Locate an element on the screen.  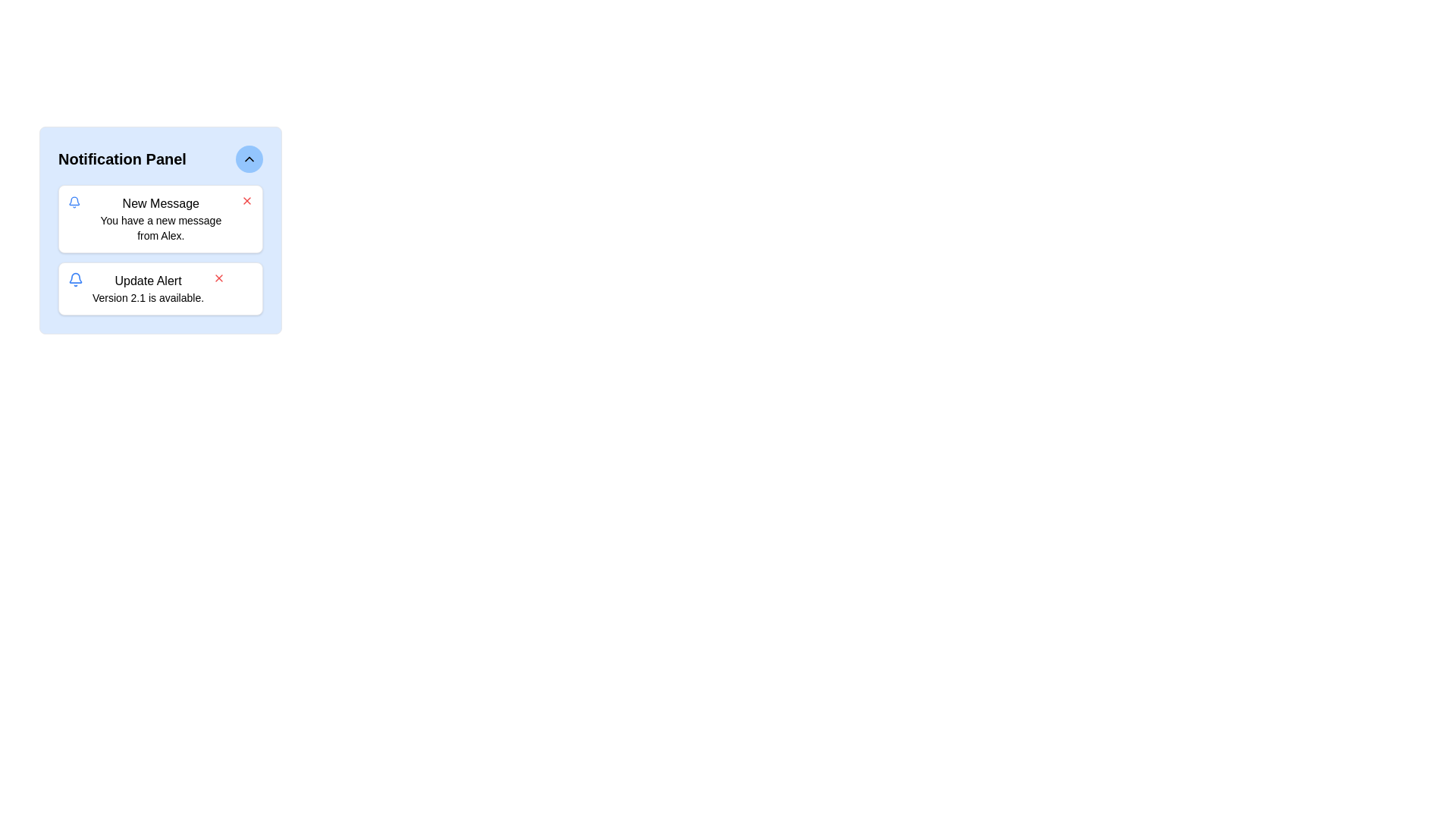
the blue outline bell icon located to the left of the 'New Message You have a new message from Alex.' text in the notification card is located at coordinates (74, 201).